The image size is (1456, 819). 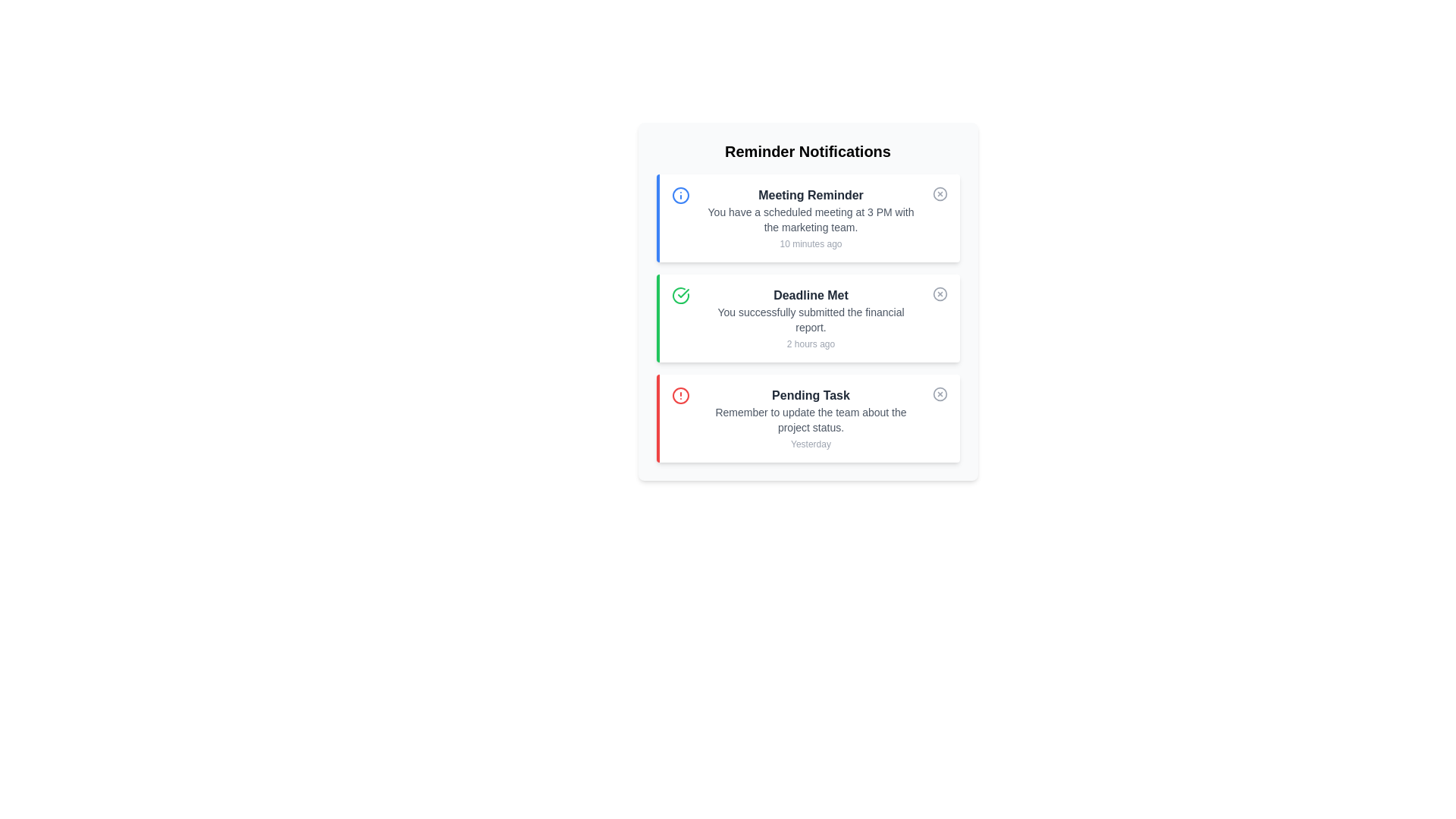 I want to click on the text label reading 'Pending Task', which is styled with a bold and dark gray font at the top of the last notification card in the notification interface, so click(x=810, y=394).